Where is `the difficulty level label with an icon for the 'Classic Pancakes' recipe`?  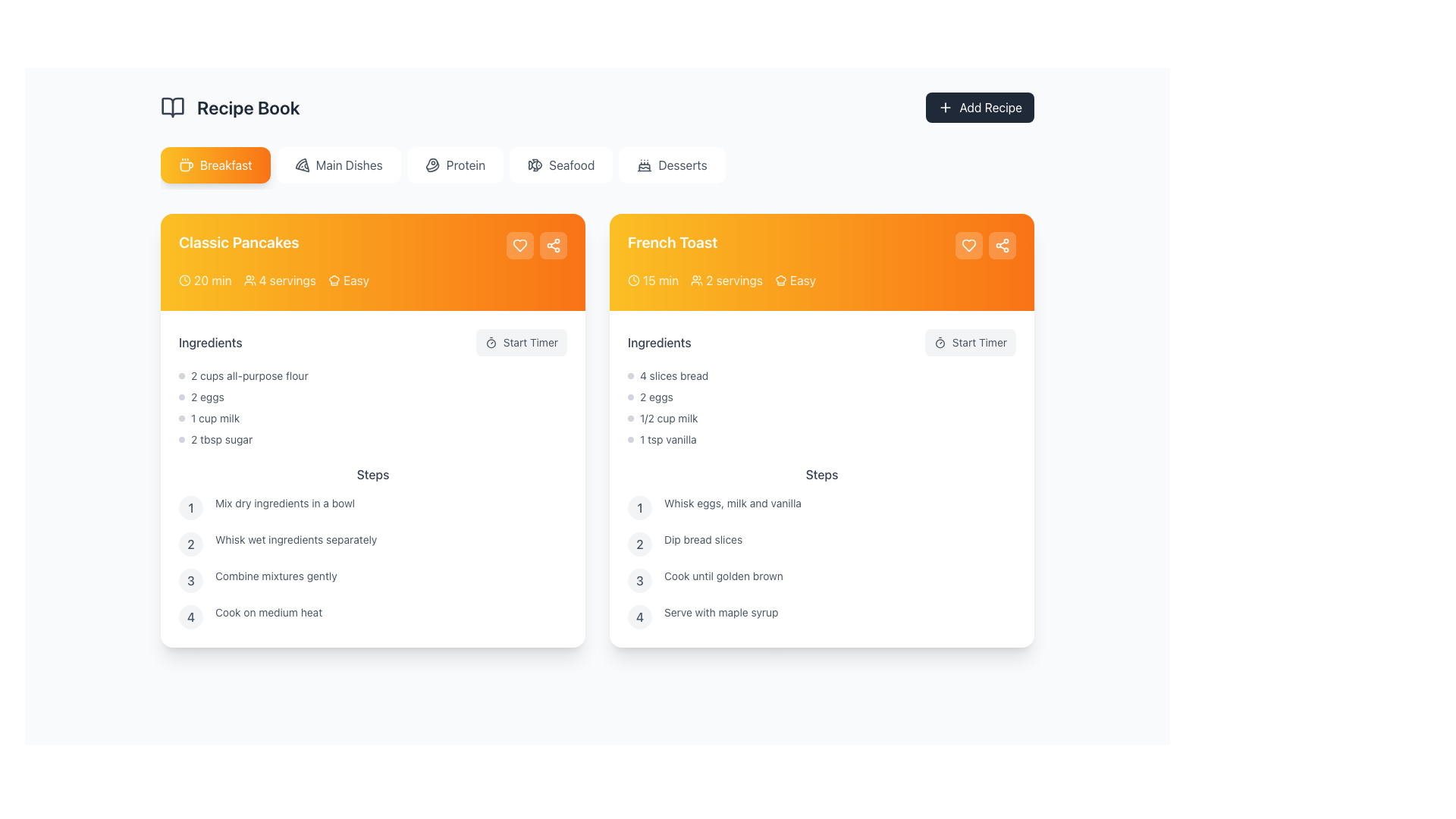
the difficulty level label with an icon for the 'Classic Pancakes' recipe is located at coordinates (348, 281).